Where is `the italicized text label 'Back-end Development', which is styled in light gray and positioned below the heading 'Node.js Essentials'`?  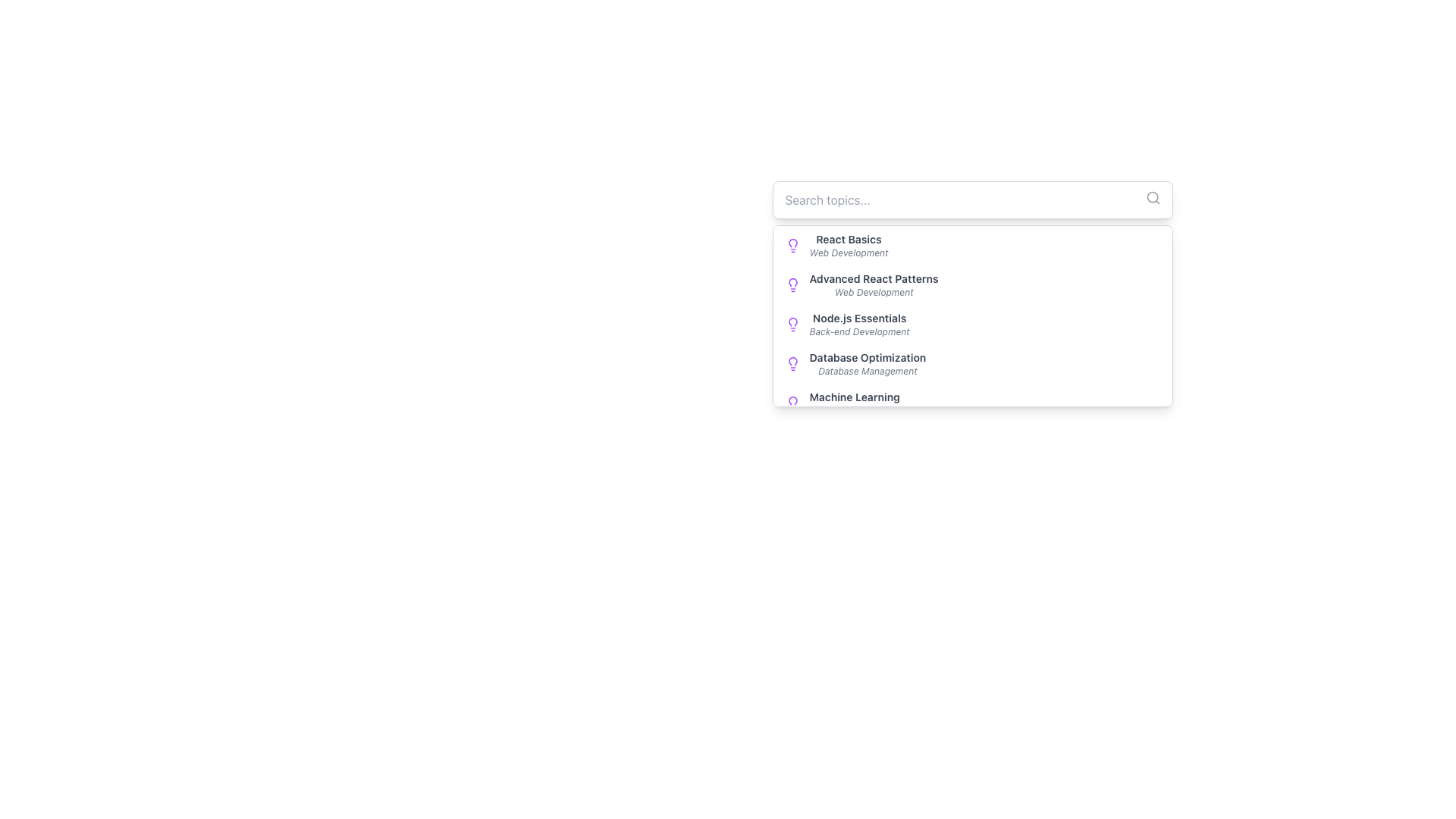 the italicized text label 'Back-end Development', which is styled in light gray and positioned below the heading 'Node.js Essentials' is located at coordinates (859, 331).